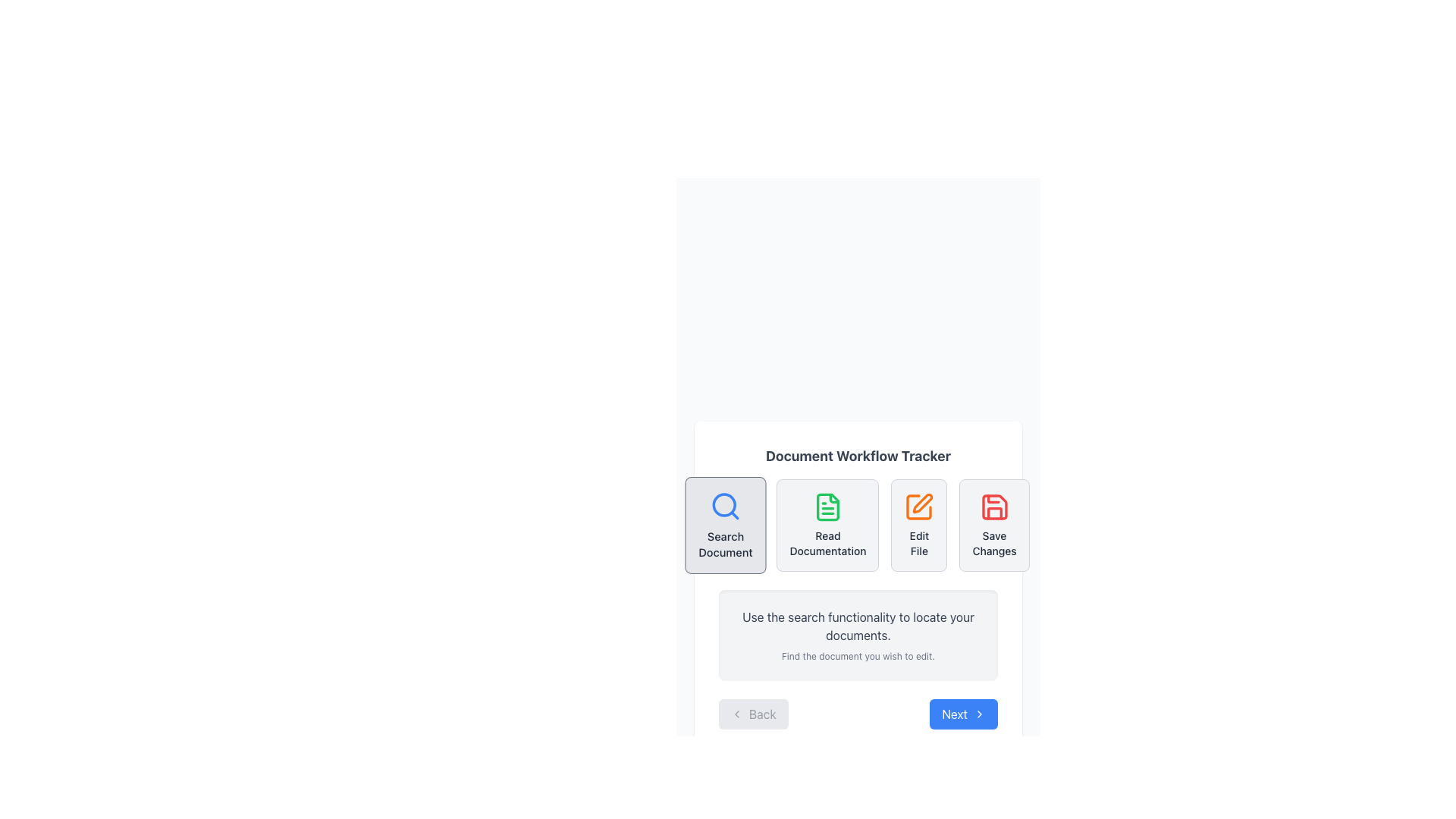 The image size is (1456, 819). What do you see at coordinates (827, 507) in the screenshot?
I see `the 'Read Documentation' icon, which is the second action in a row of four workflow options` at bounding box center [827, 507].